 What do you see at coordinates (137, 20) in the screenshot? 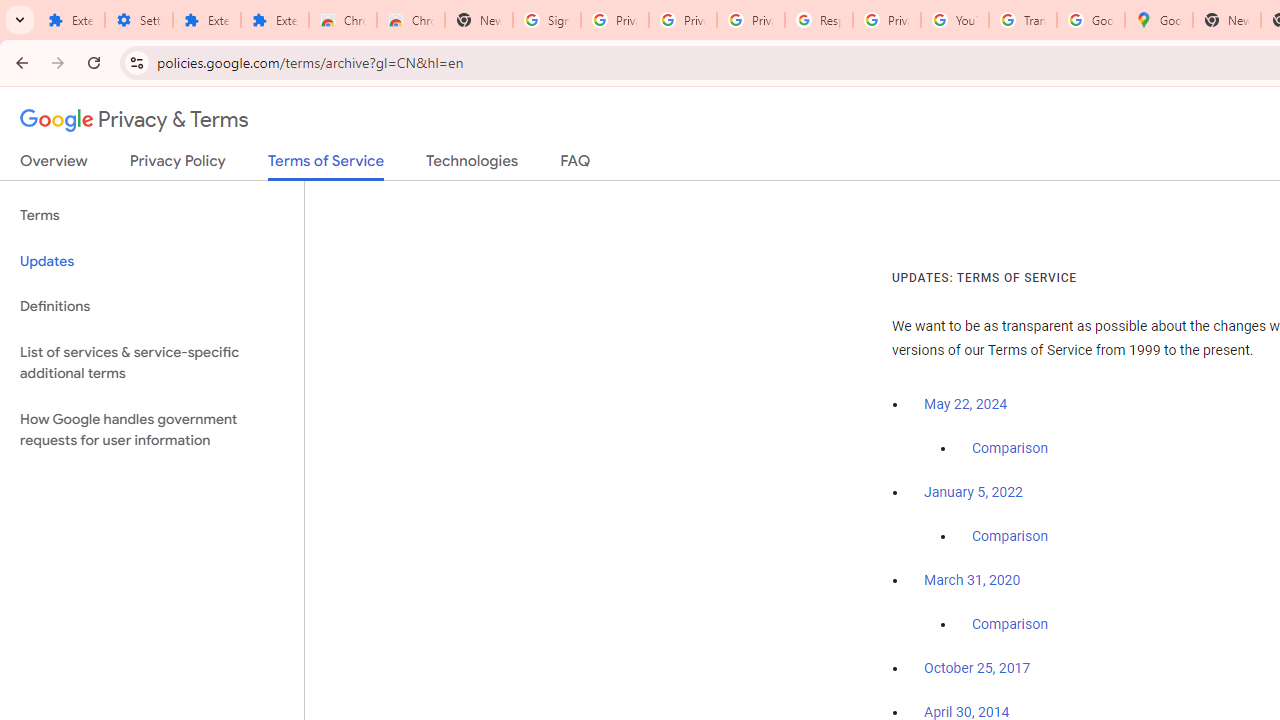
I see `'Settings'` at bounding box center [137, 20].